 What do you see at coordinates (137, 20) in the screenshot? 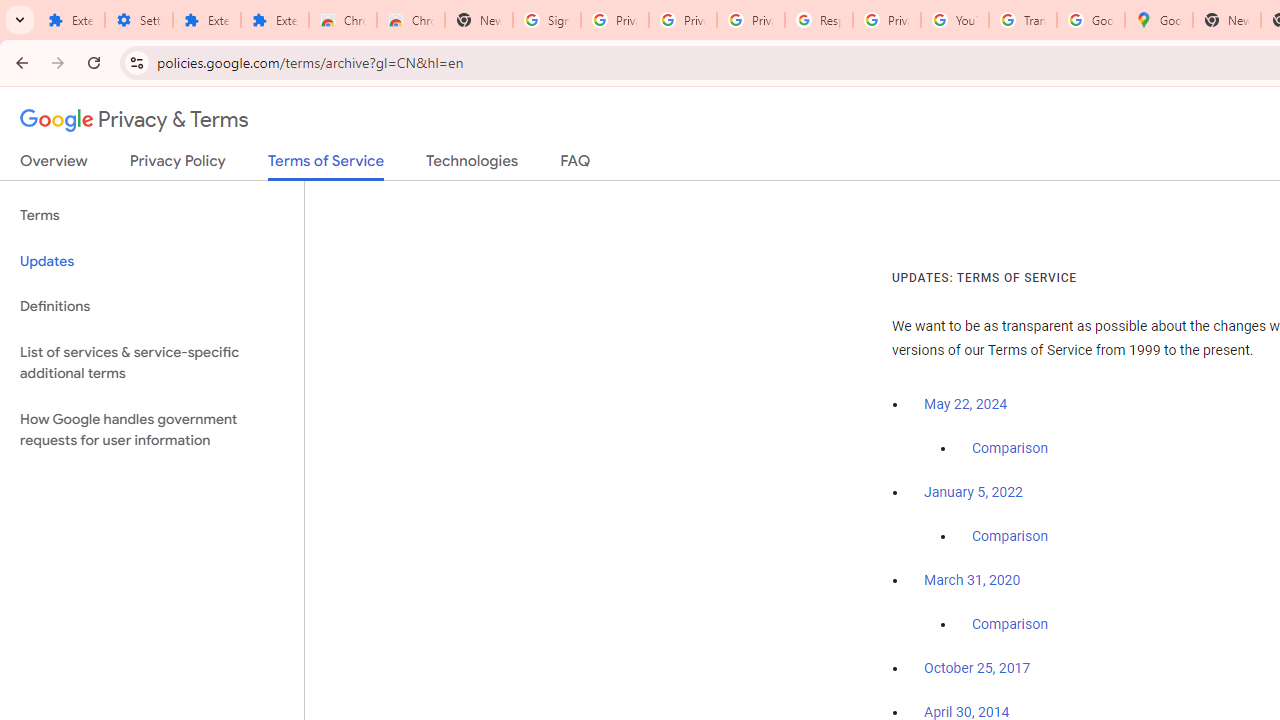
I see `'Settings'` at bounding box center [137, 20].